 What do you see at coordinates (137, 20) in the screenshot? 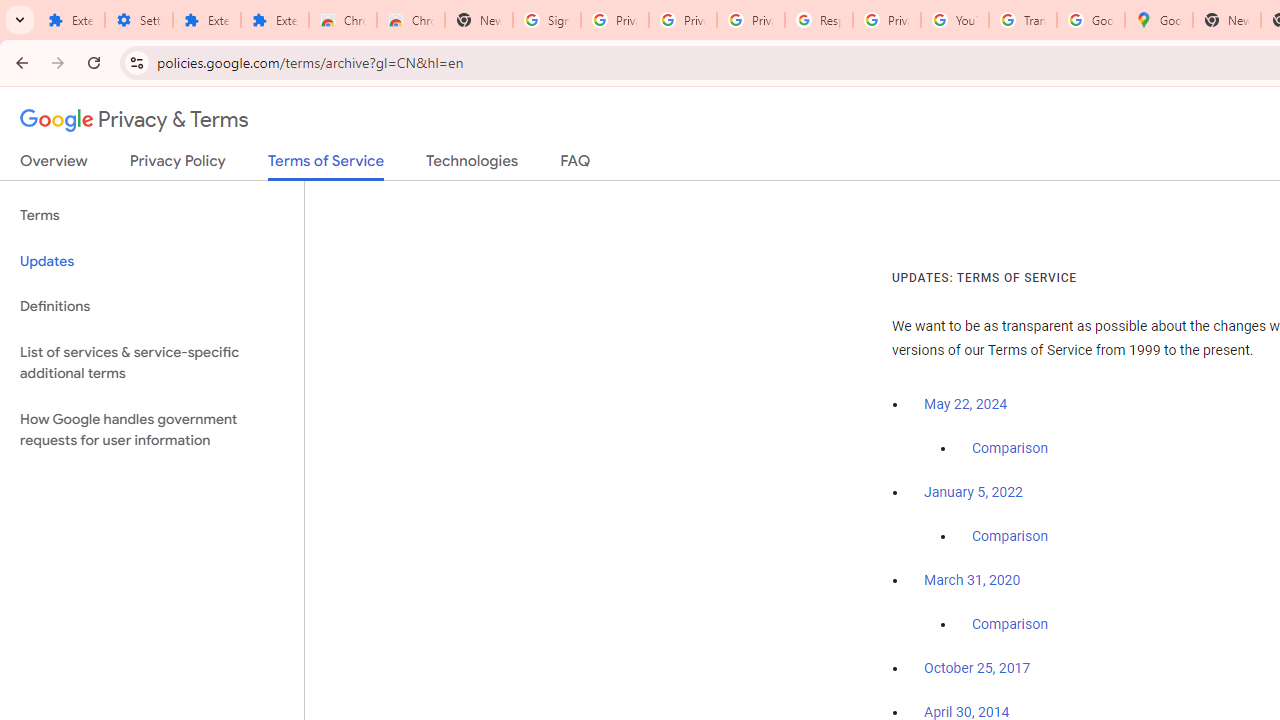
I see `'Settings'` at bounding box center [137, 20].